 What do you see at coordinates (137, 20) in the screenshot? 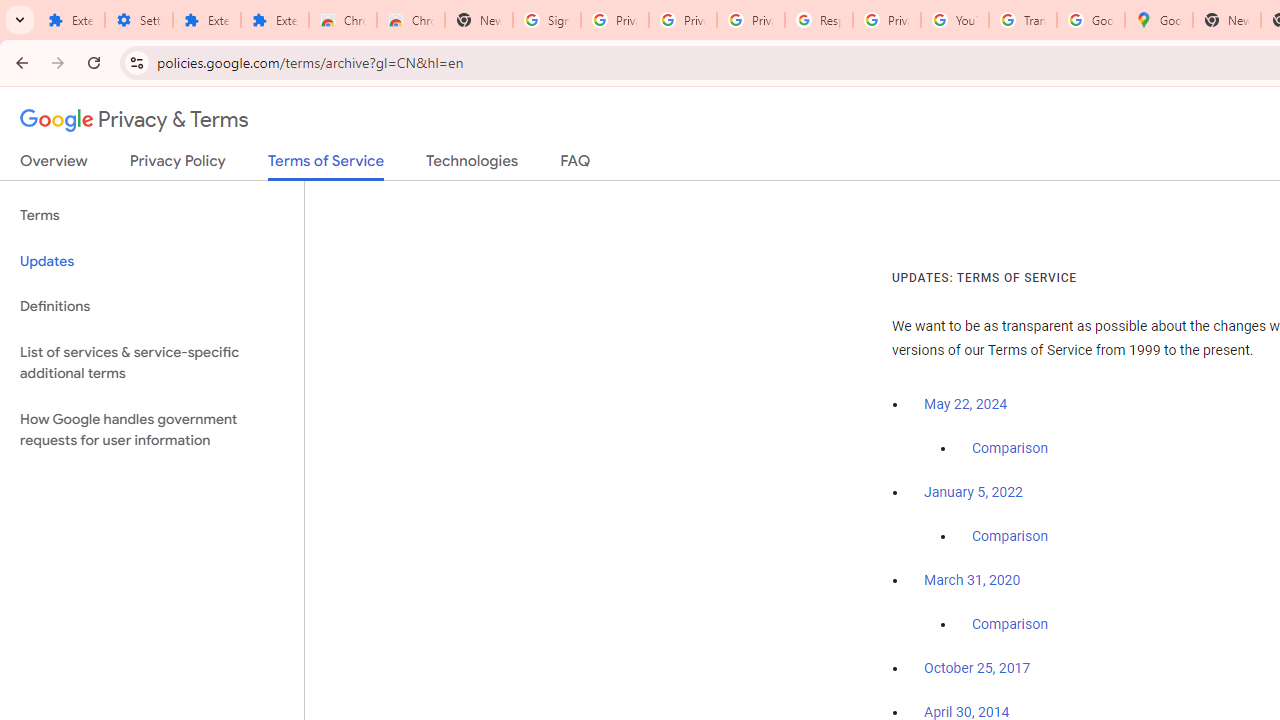
I see `'Settings'` at bounding box center [137, 20].